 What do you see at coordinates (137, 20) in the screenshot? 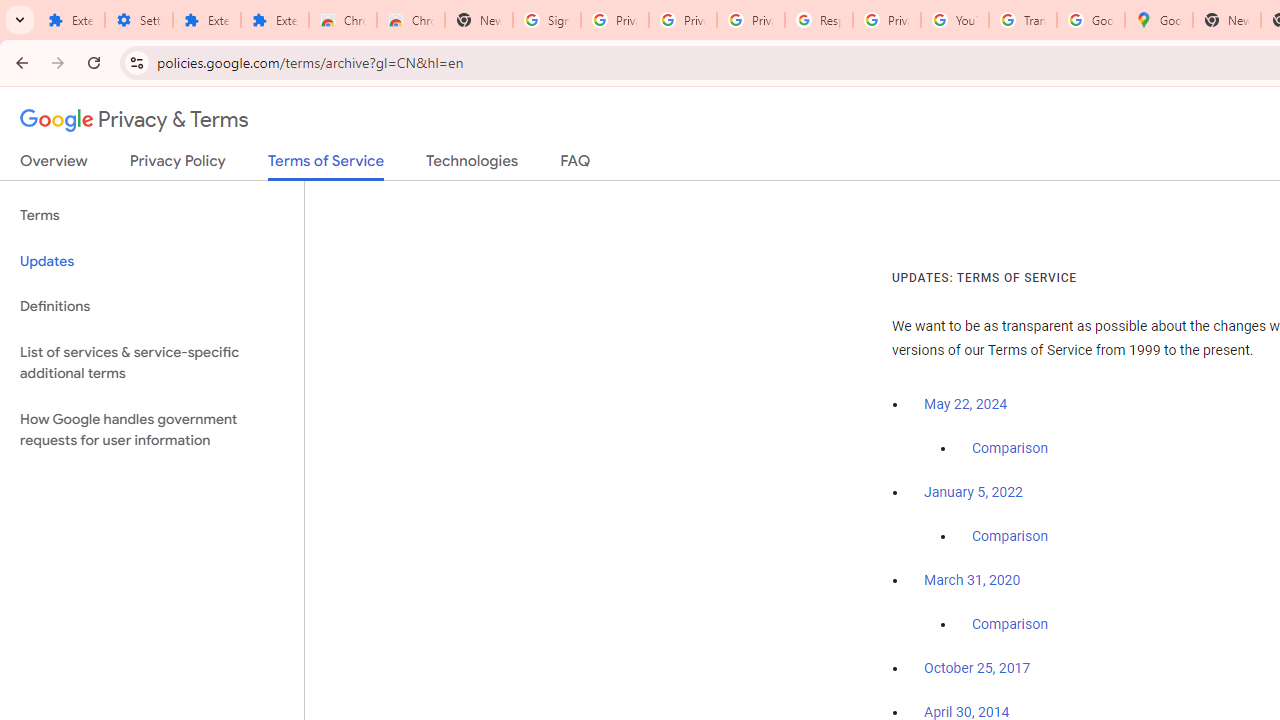
I see `'Settings'` at bounding box center [137, 20].